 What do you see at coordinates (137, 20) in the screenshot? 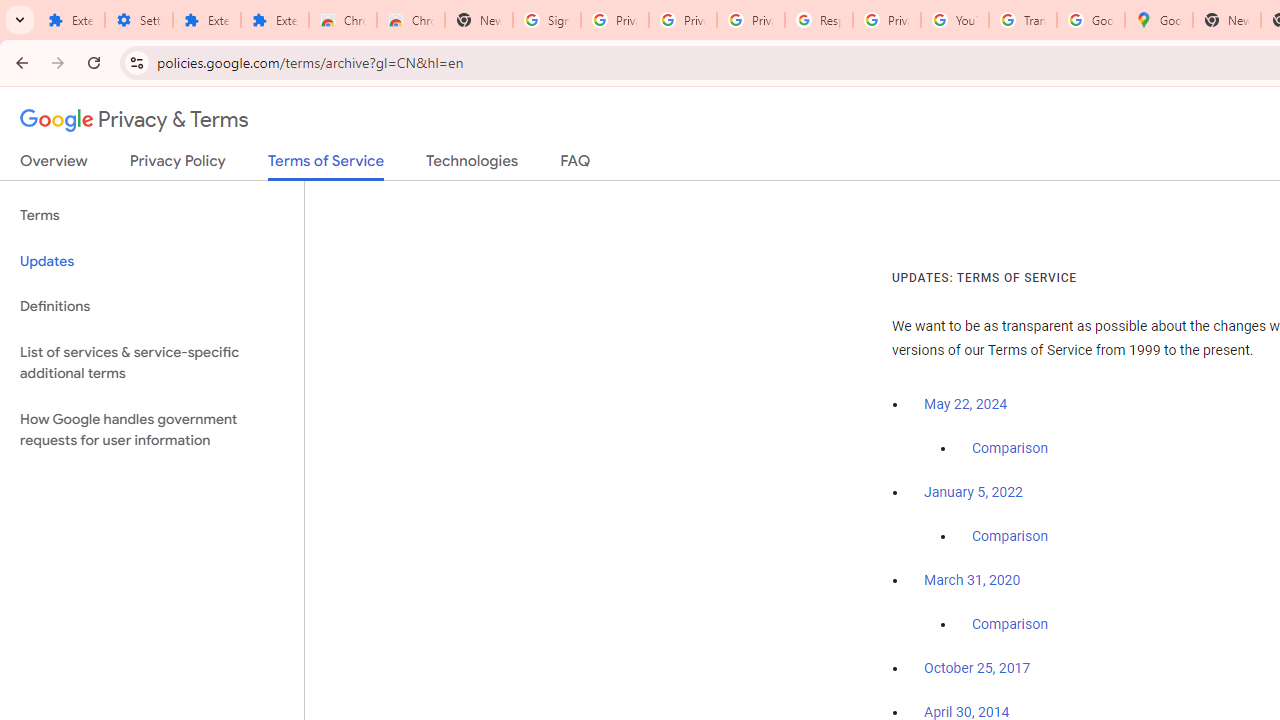
I see `'Settings'` at bounding box center [137, 20].